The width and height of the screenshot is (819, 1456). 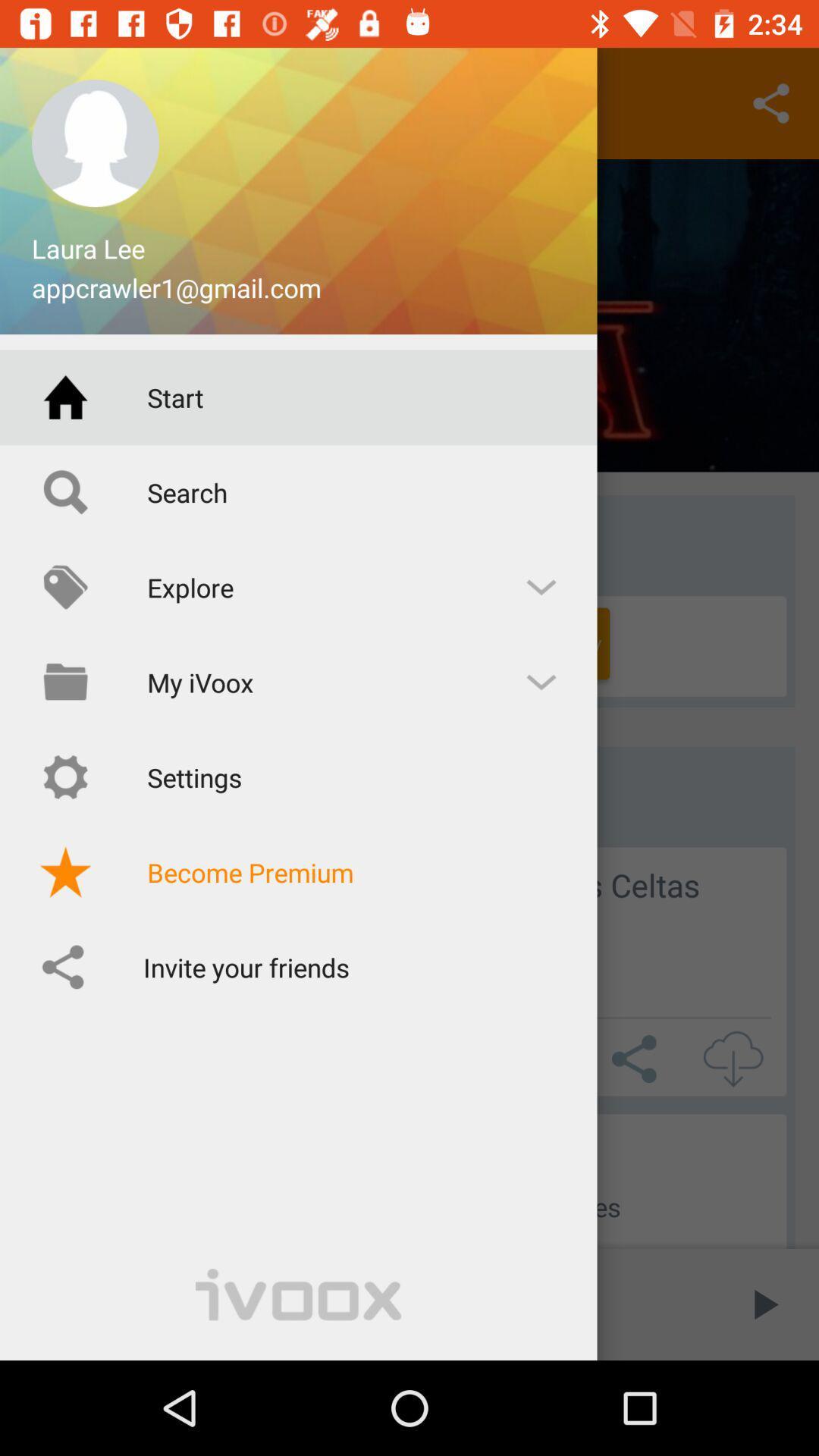 I want to click on the play icon, so click(x=763, y=1304).